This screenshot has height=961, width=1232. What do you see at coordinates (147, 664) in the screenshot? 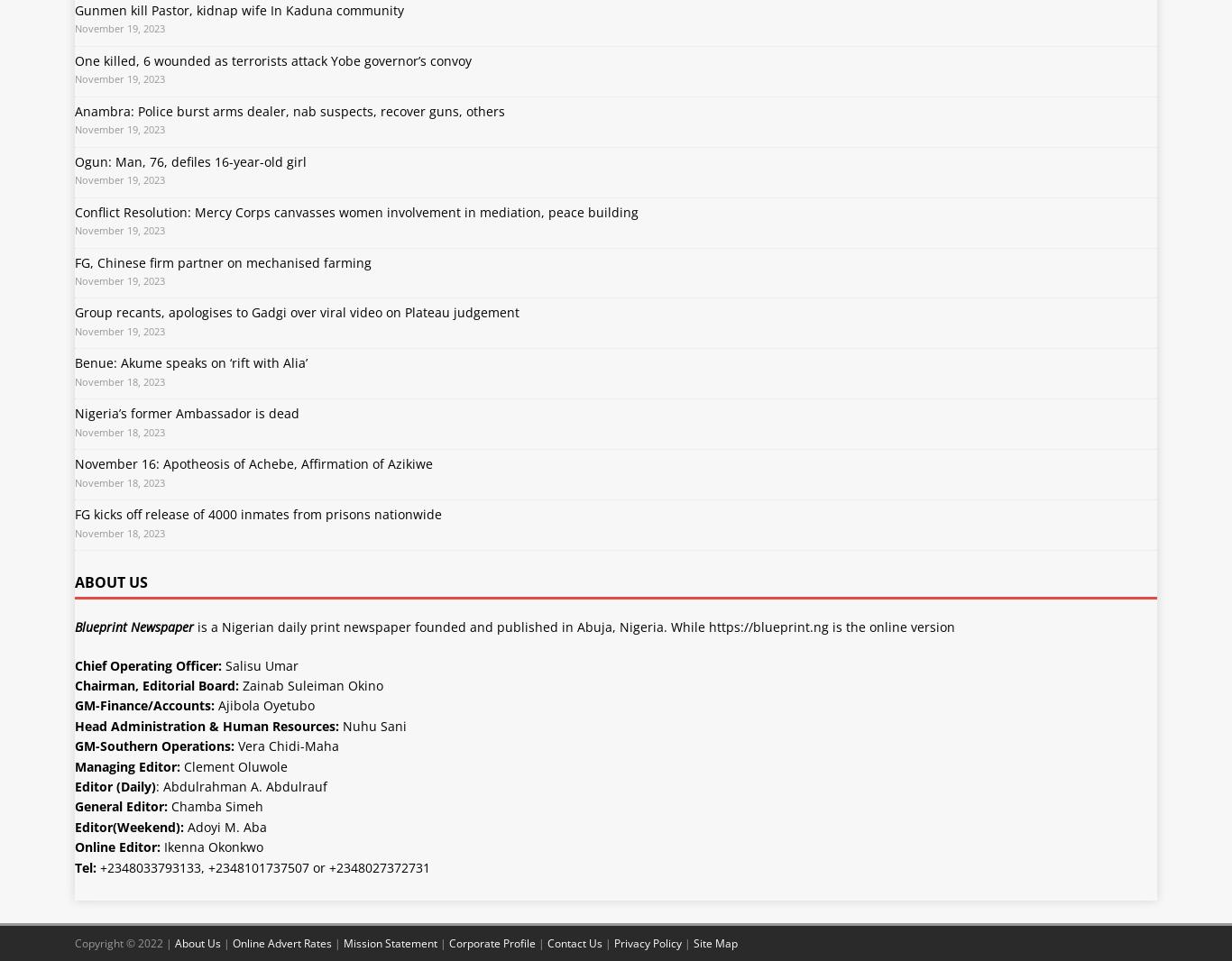
I see `'Chief Operating Officer:'` at bounding box center [147, 664].